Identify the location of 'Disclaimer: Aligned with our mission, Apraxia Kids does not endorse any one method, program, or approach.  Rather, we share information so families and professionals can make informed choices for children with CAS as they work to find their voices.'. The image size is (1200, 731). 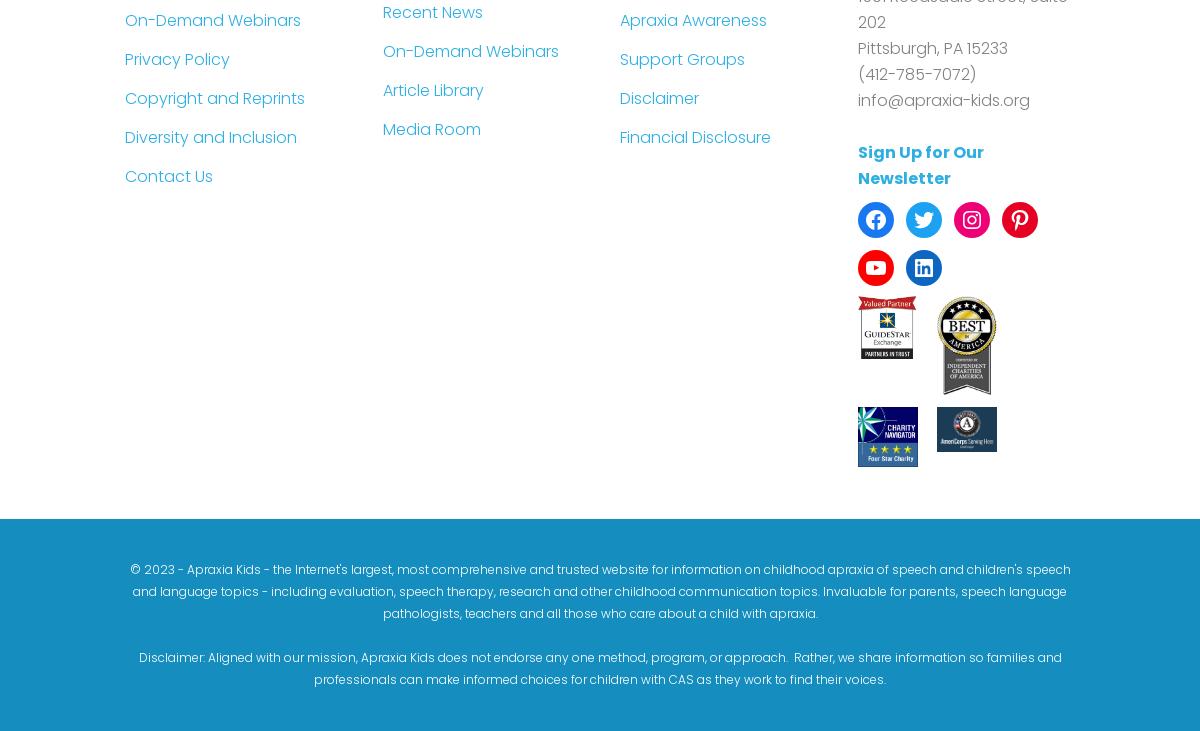
(138, 668).